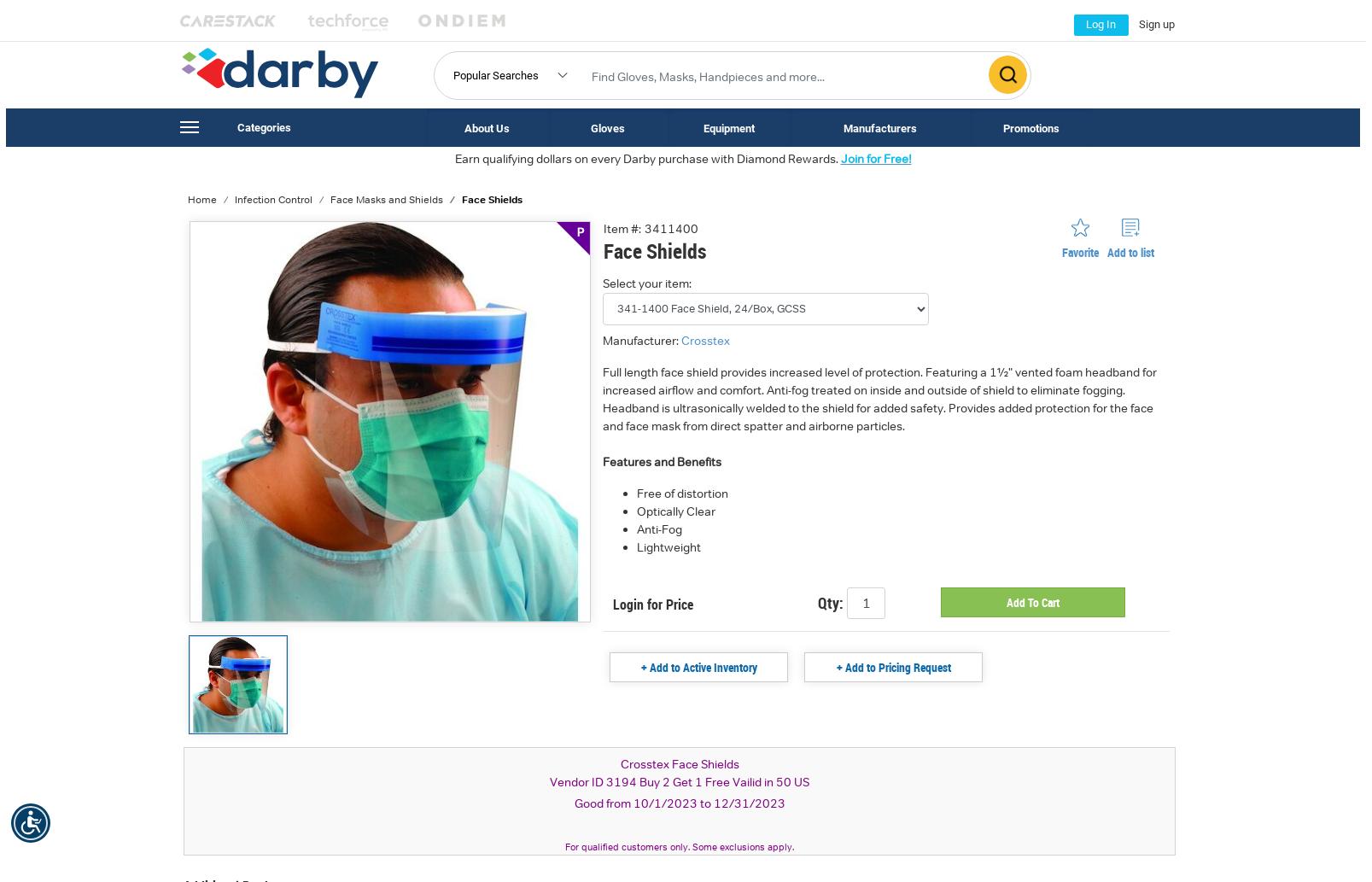  Describe the element at coordinates (1137, 24) in the screenshot. I see `'Sign up'` at that location.